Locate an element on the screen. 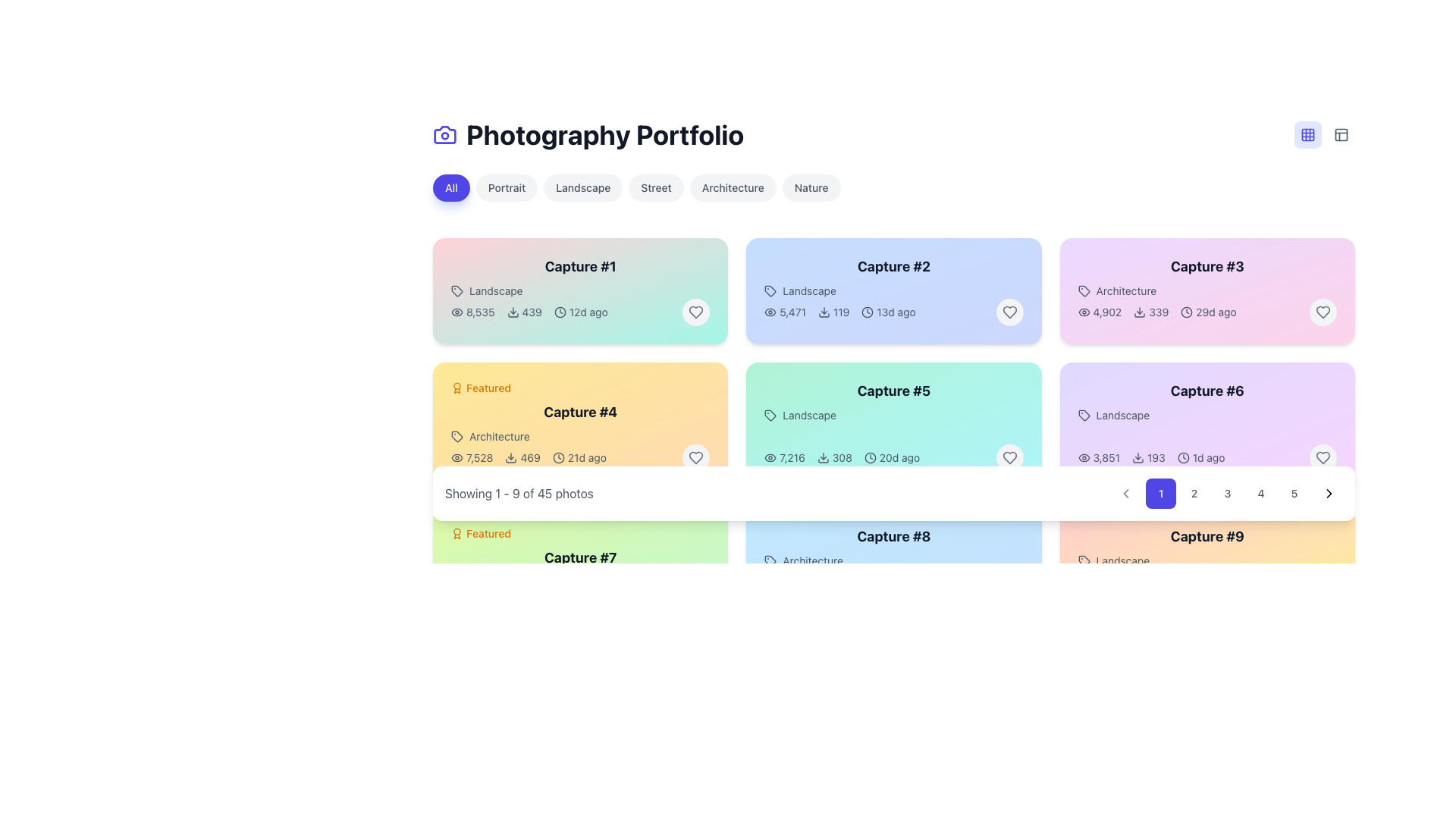  the toggle button (grid view icon) located in the top-right corner of the interface is located at coordinates (1307, 133).